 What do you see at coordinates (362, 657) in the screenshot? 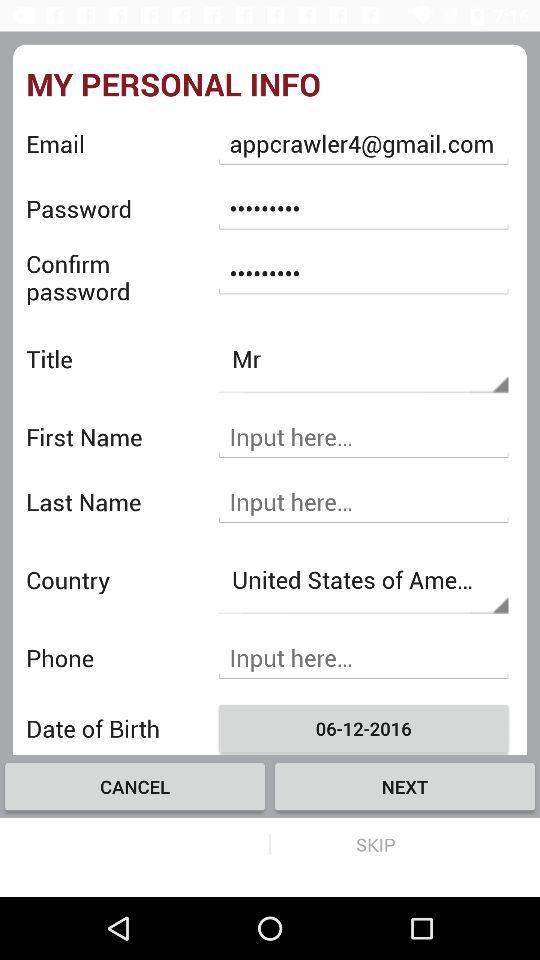
I see `the phone number` at bounding box center [362, 657].